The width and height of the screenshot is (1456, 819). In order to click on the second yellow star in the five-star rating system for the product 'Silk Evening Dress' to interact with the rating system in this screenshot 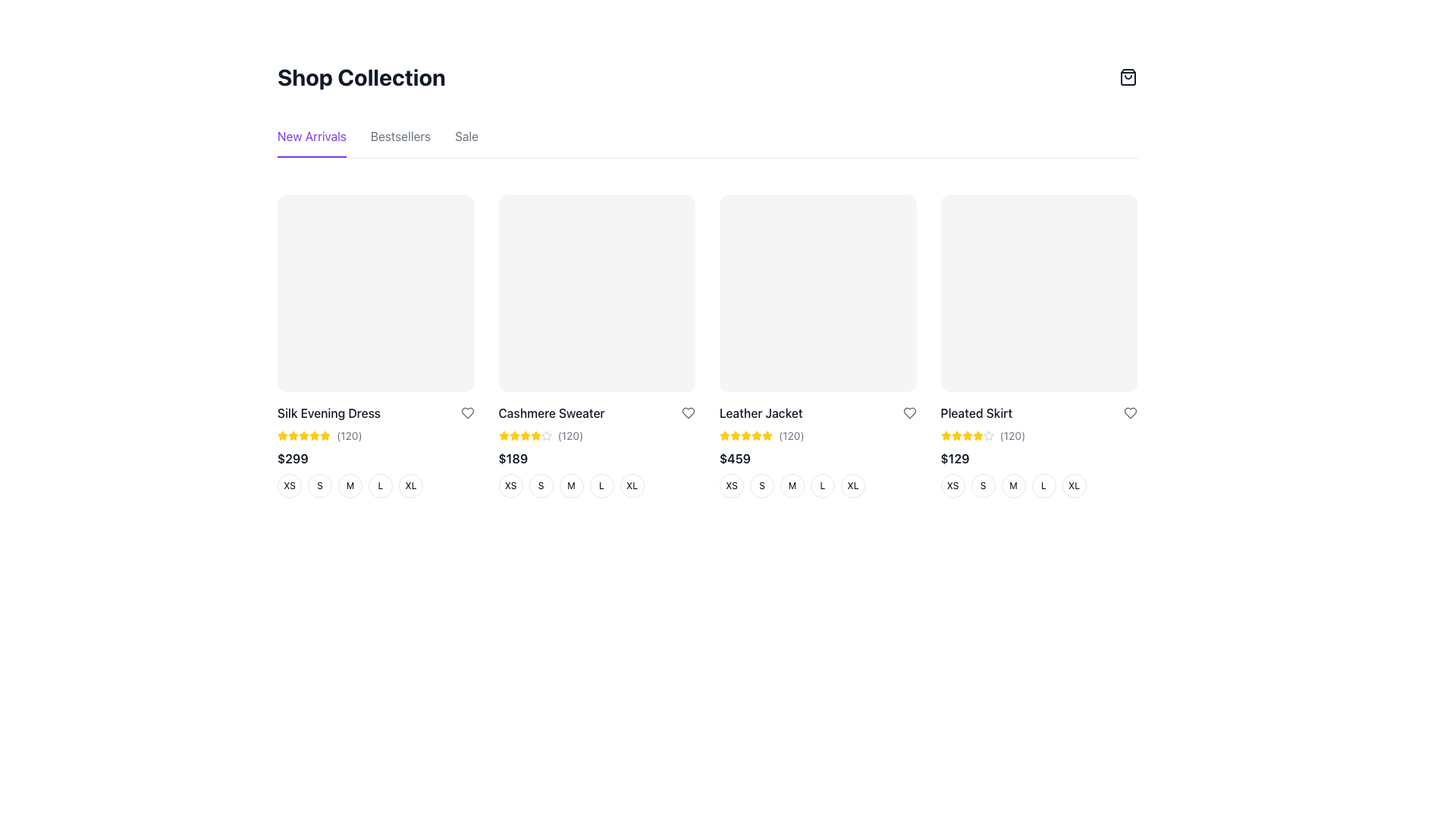, I will do `click(313, 435)`.